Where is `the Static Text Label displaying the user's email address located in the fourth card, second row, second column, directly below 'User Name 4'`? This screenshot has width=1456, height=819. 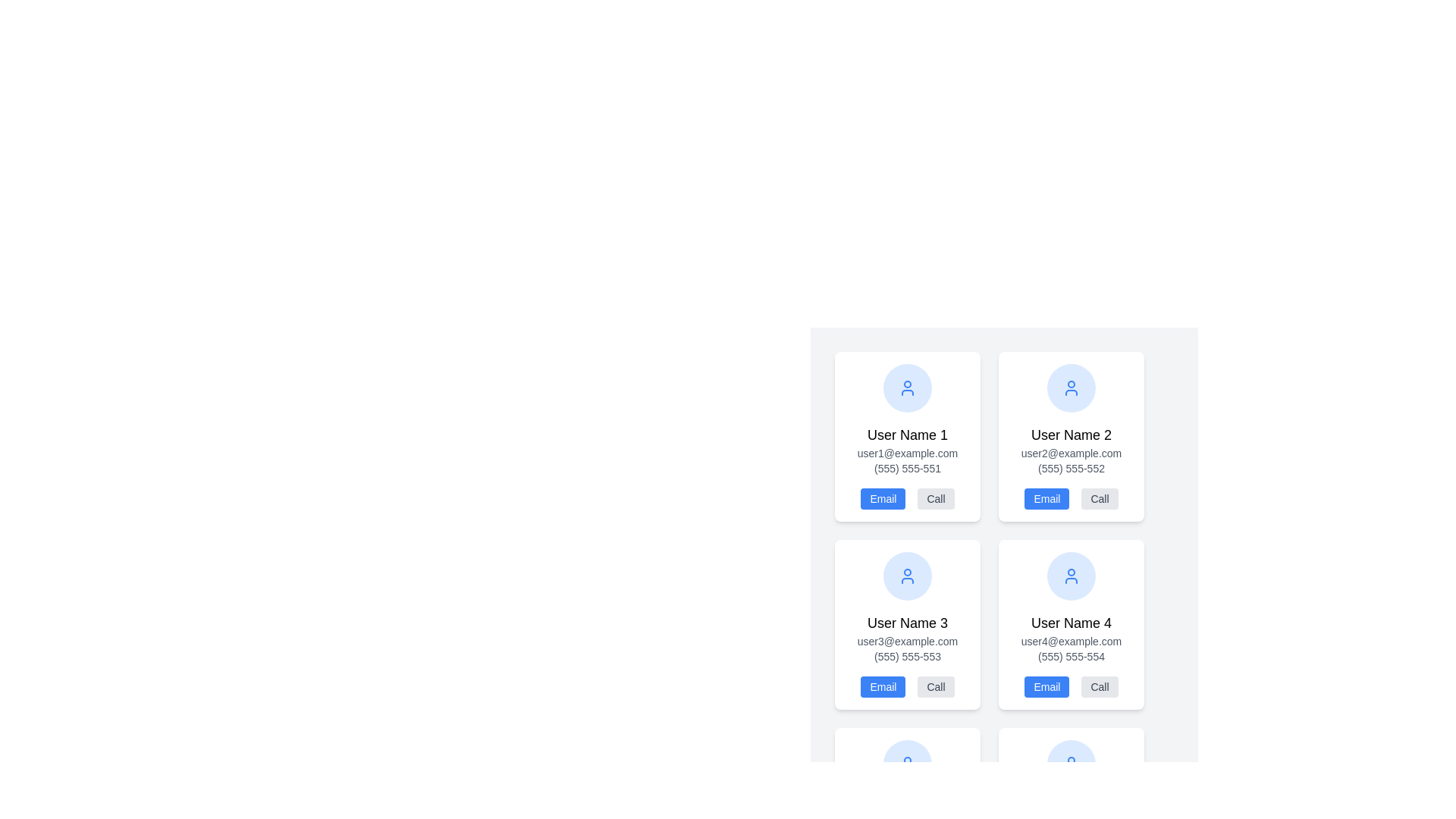 the Static Text Label displaying the user's email address located in the fourth card, second row, second column, directly below 'User Name 4' is located at coordinates (1070, 641).